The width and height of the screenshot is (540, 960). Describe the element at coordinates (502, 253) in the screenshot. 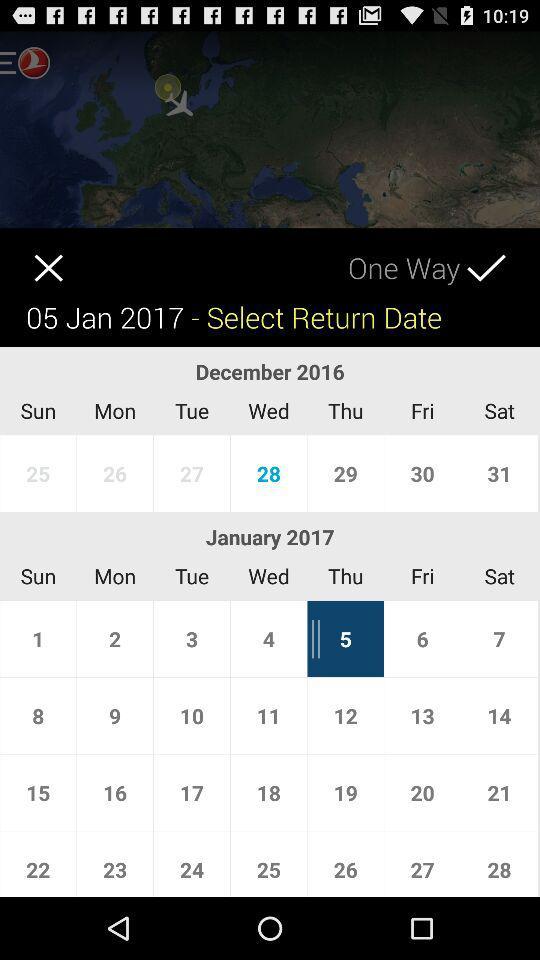

I see `ok` at that location.